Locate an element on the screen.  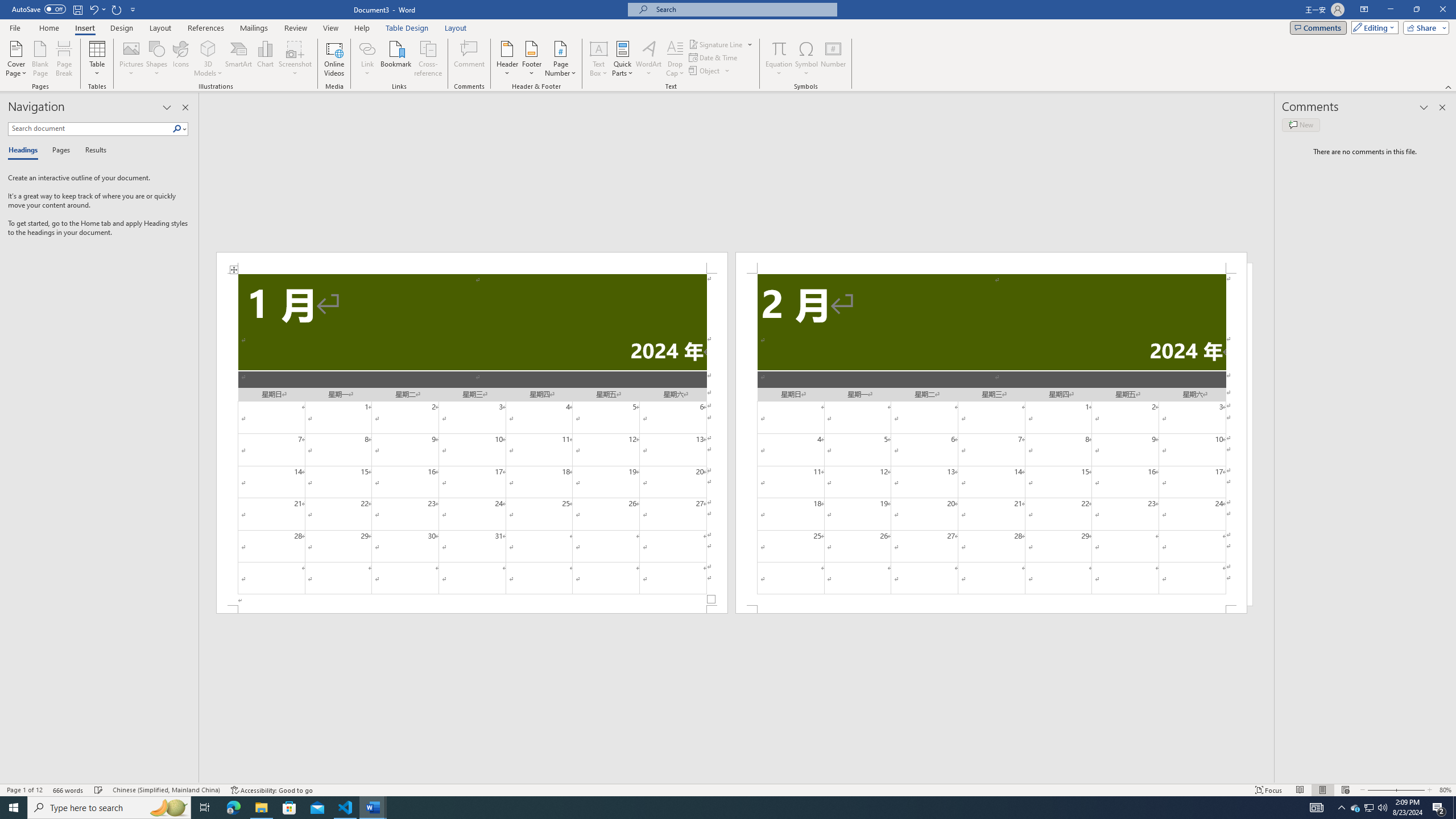
'Microsoft search' is located at coordinates (742, 9).